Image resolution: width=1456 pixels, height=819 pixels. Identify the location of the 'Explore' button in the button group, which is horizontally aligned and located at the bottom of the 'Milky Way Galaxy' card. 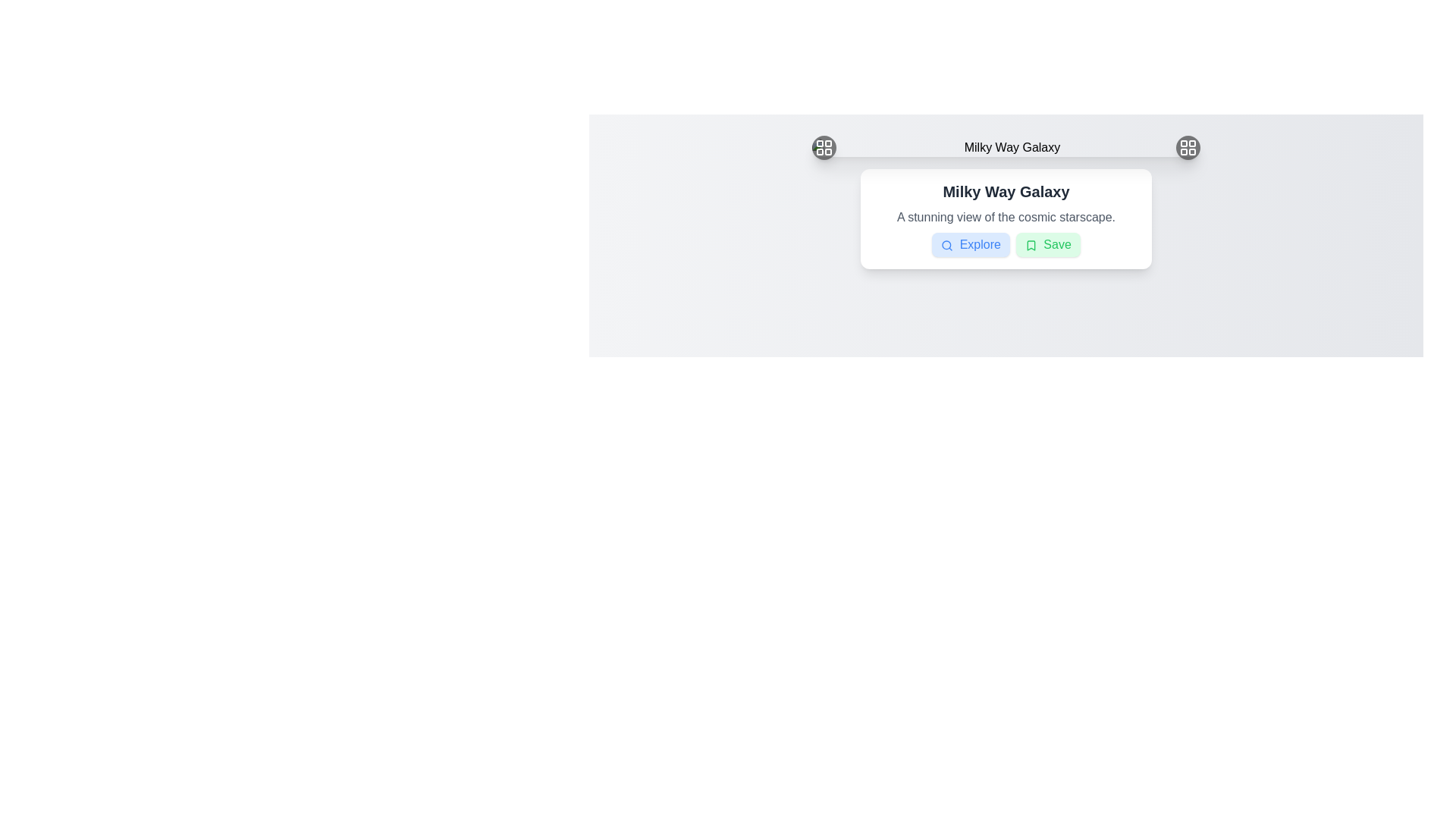
(1006, 244).